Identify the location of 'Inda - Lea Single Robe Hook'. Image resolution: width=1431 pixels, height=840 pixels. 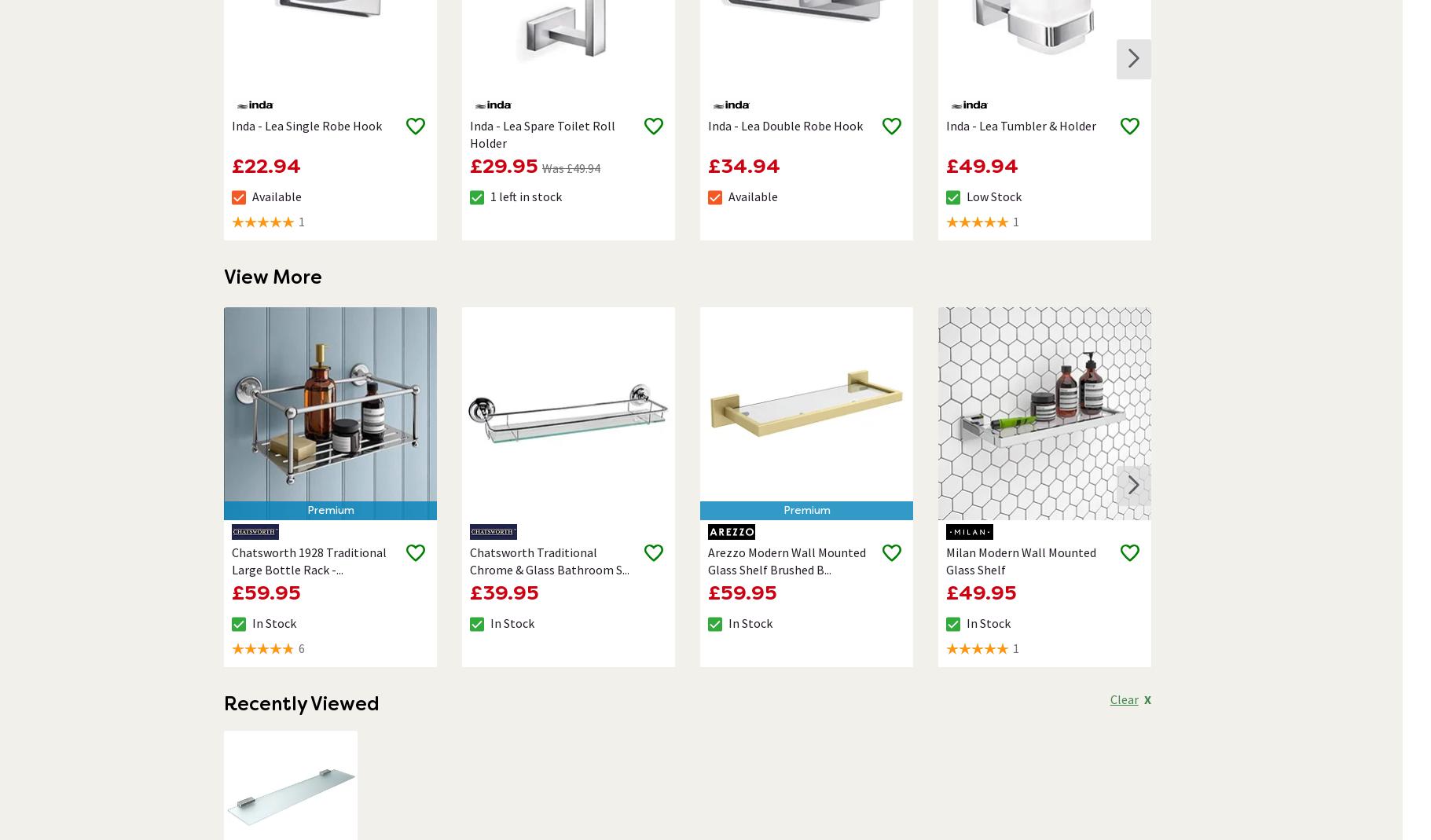
(305, 124).